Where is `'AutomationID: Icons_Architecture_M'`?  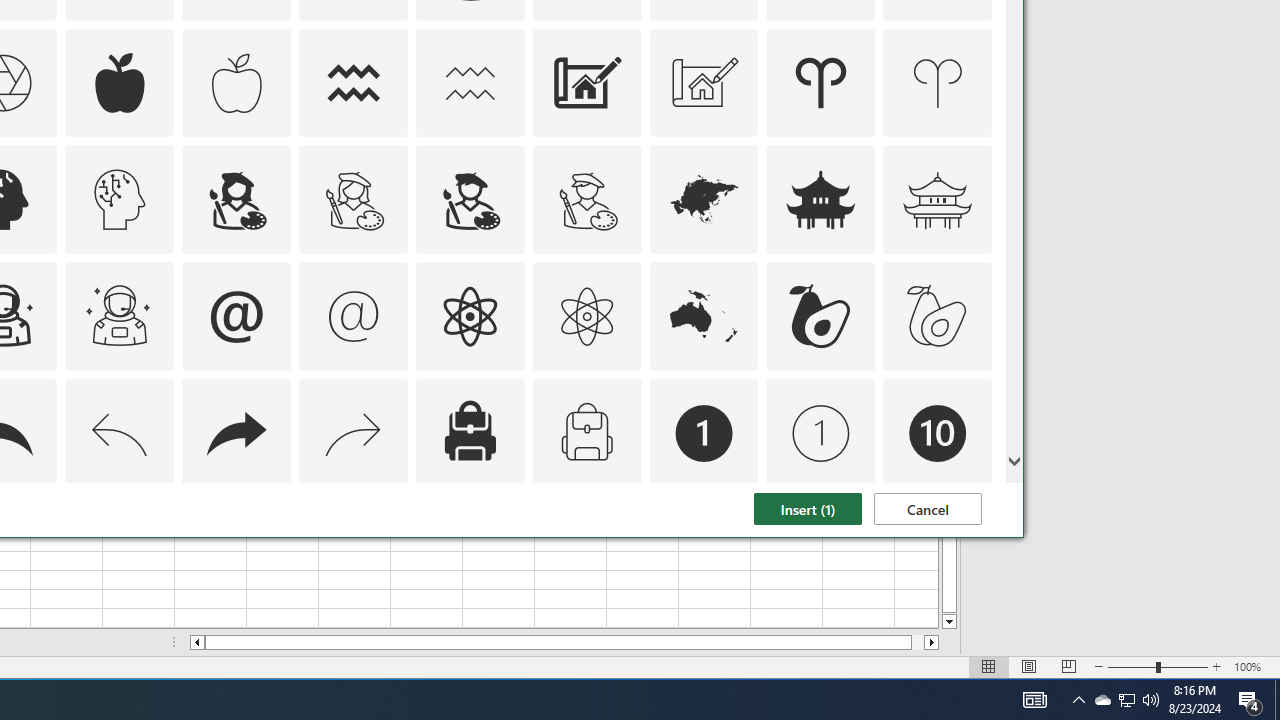
'AutomationID: Icons_Architecture_M' is located at coordinates (704, 81).